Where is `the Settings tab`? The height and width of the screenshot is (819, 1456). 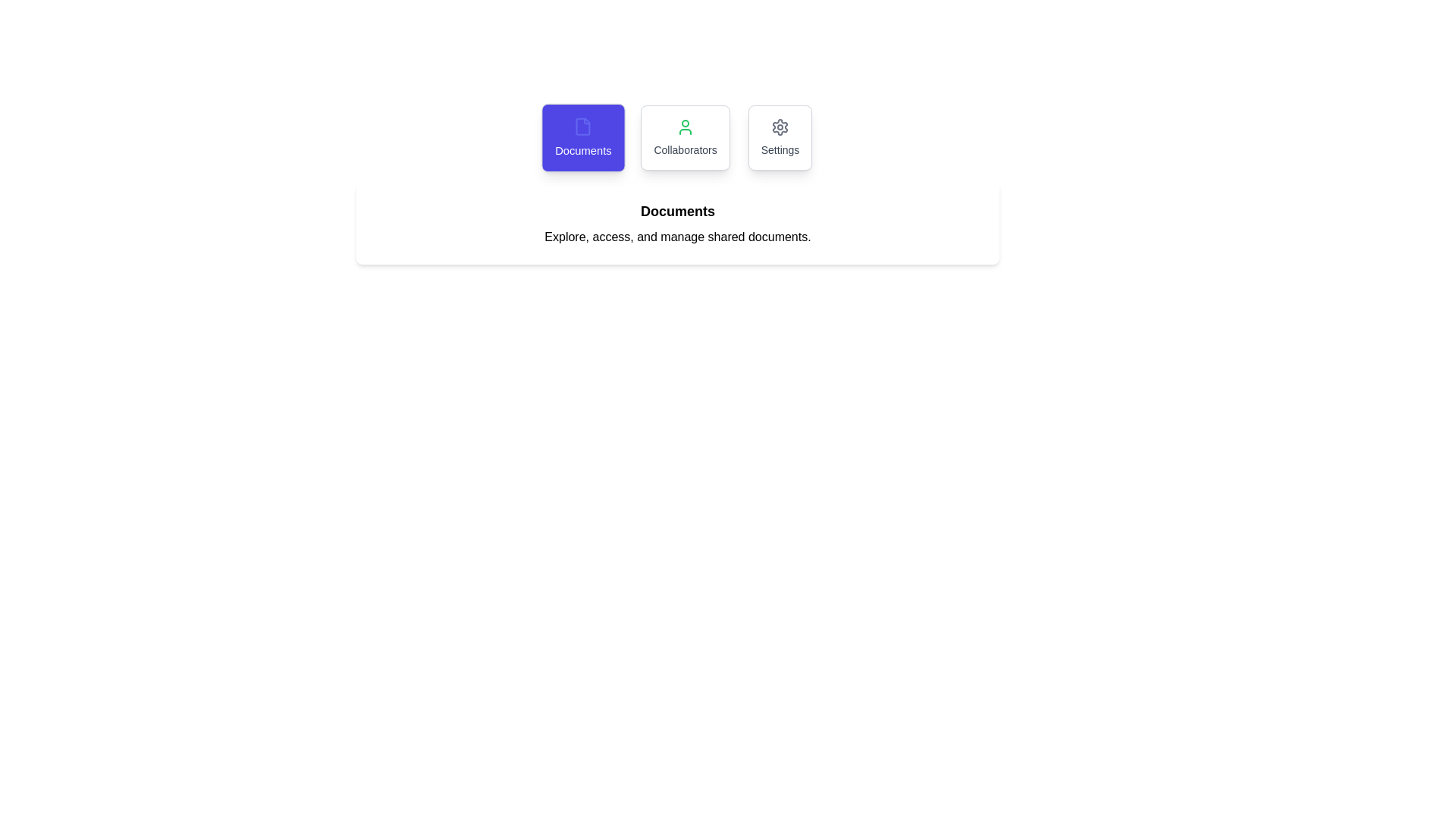
the Settings tab is located at coordinates (780, 137).